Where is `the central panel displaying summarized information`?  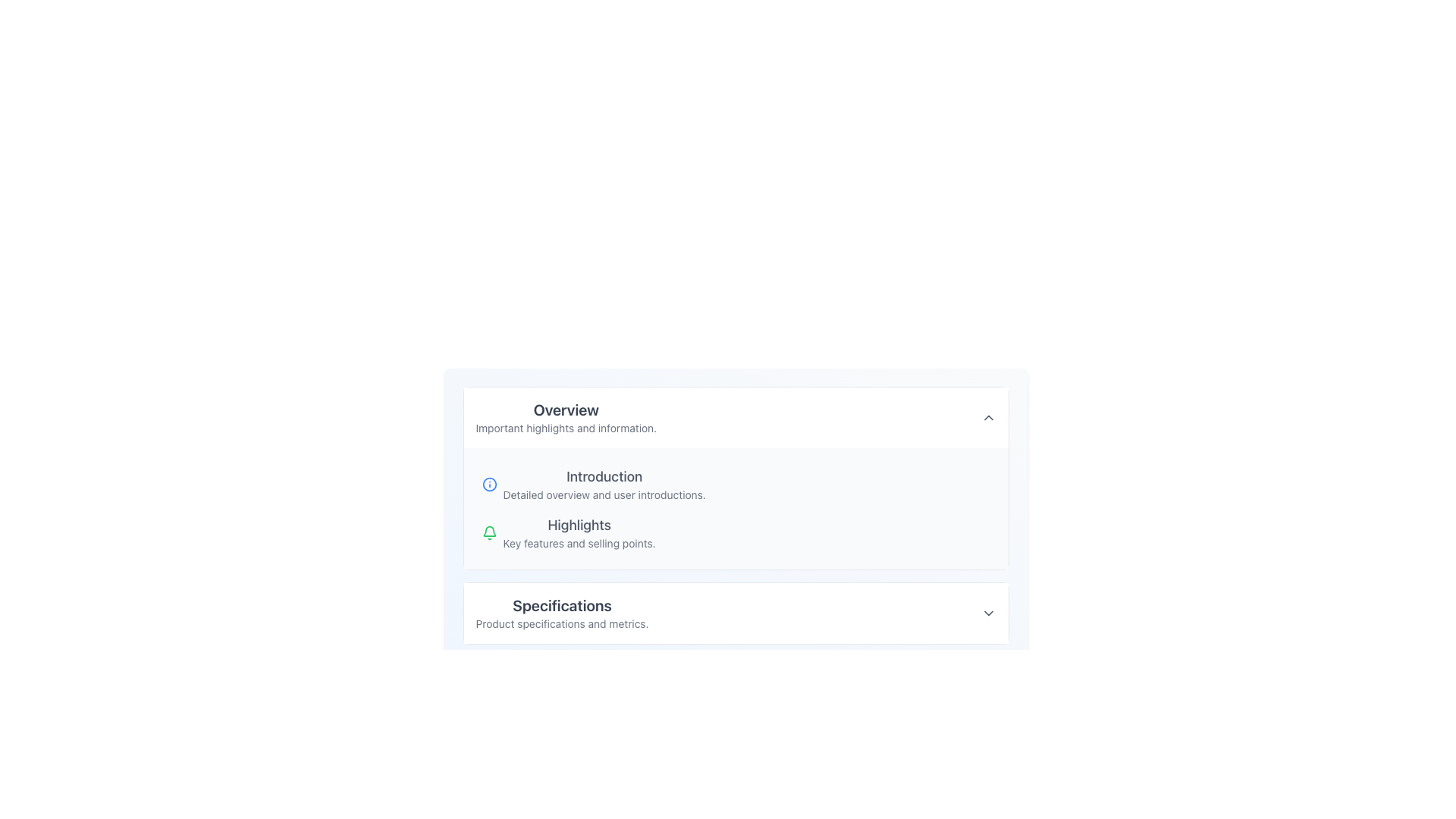 the central panel displaying summarized information is located at coordinates (736, 520).